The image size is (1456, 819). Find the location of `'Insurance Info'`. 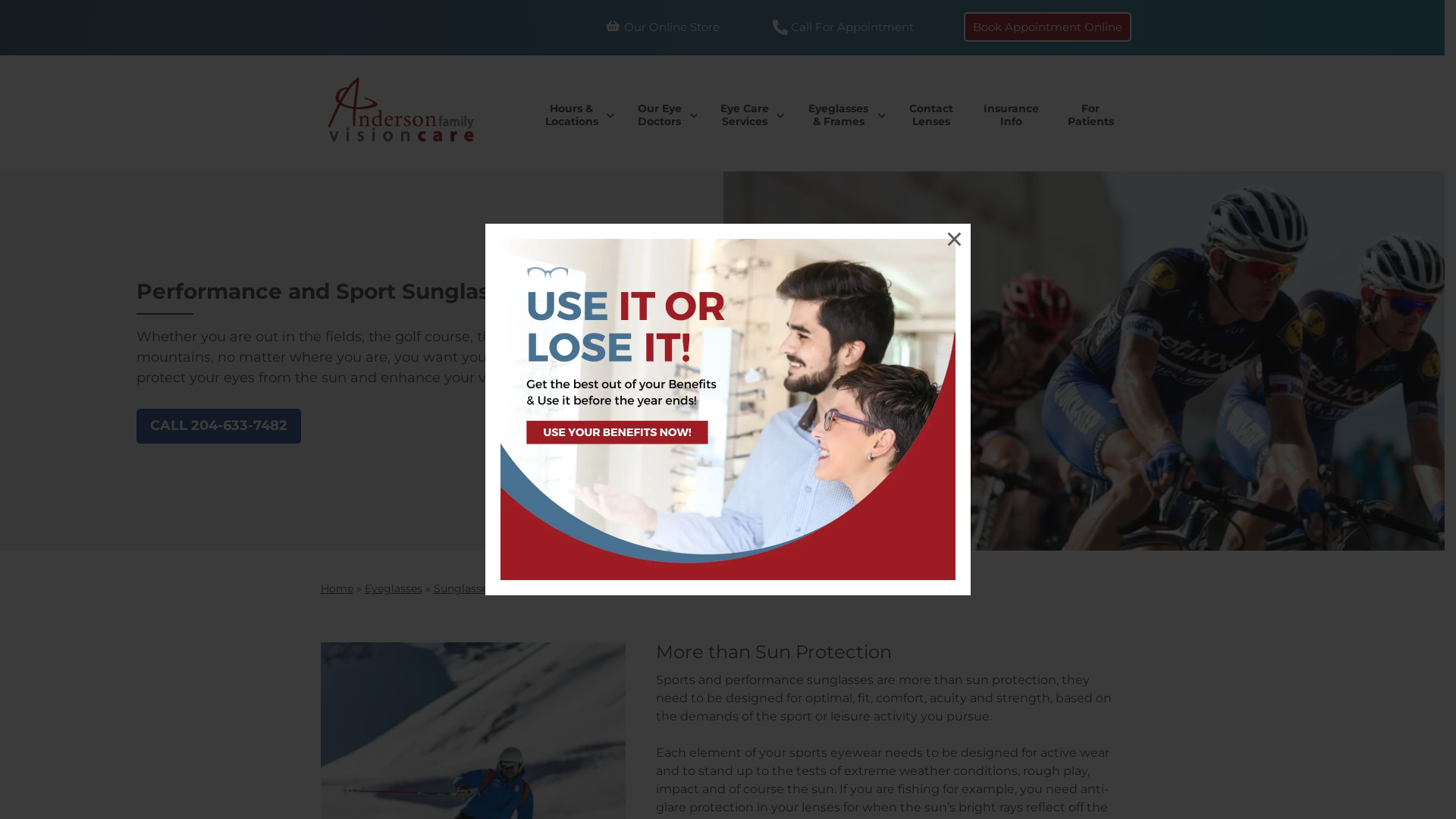

'Insurance Info' is located at coordinates (968, 114).